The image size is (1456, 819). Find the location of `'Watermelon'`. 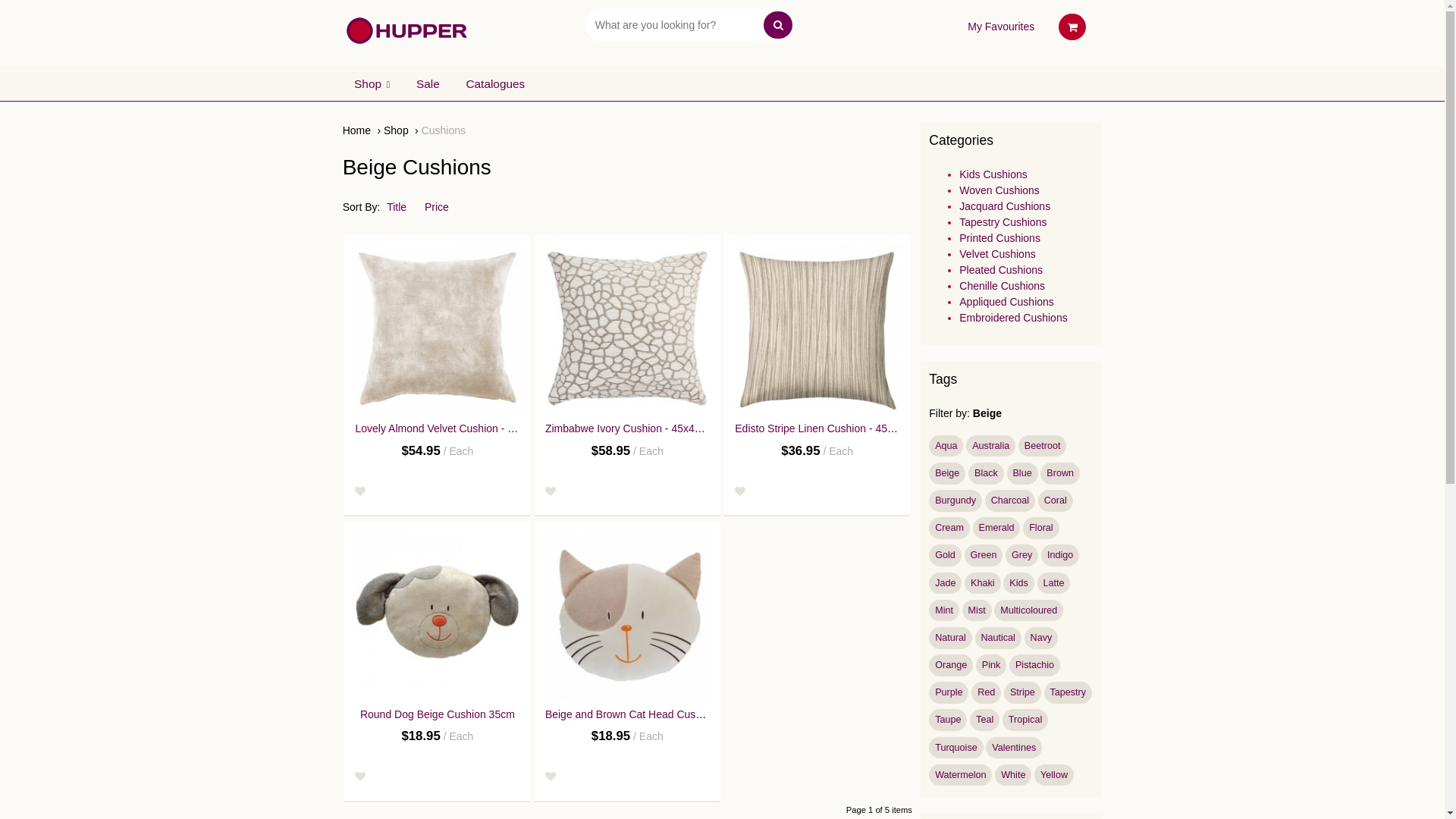

'Watermelon' is located at coordinates (959, 775).